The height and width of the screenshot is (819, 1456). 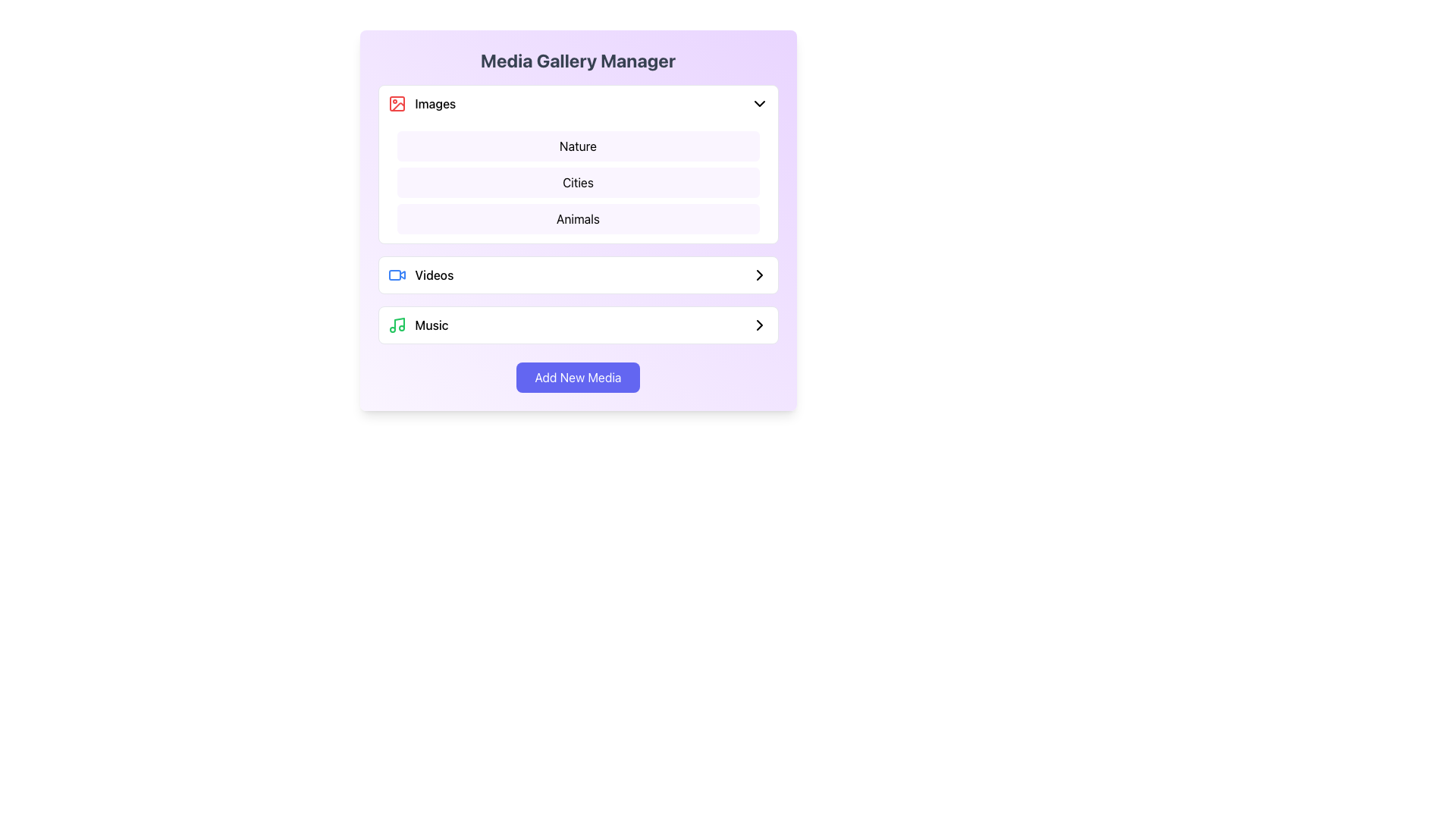 I want to click on the Dropdown Indicator Icon located on the right side of the 'Images' section header, so click(x=759, y=103).